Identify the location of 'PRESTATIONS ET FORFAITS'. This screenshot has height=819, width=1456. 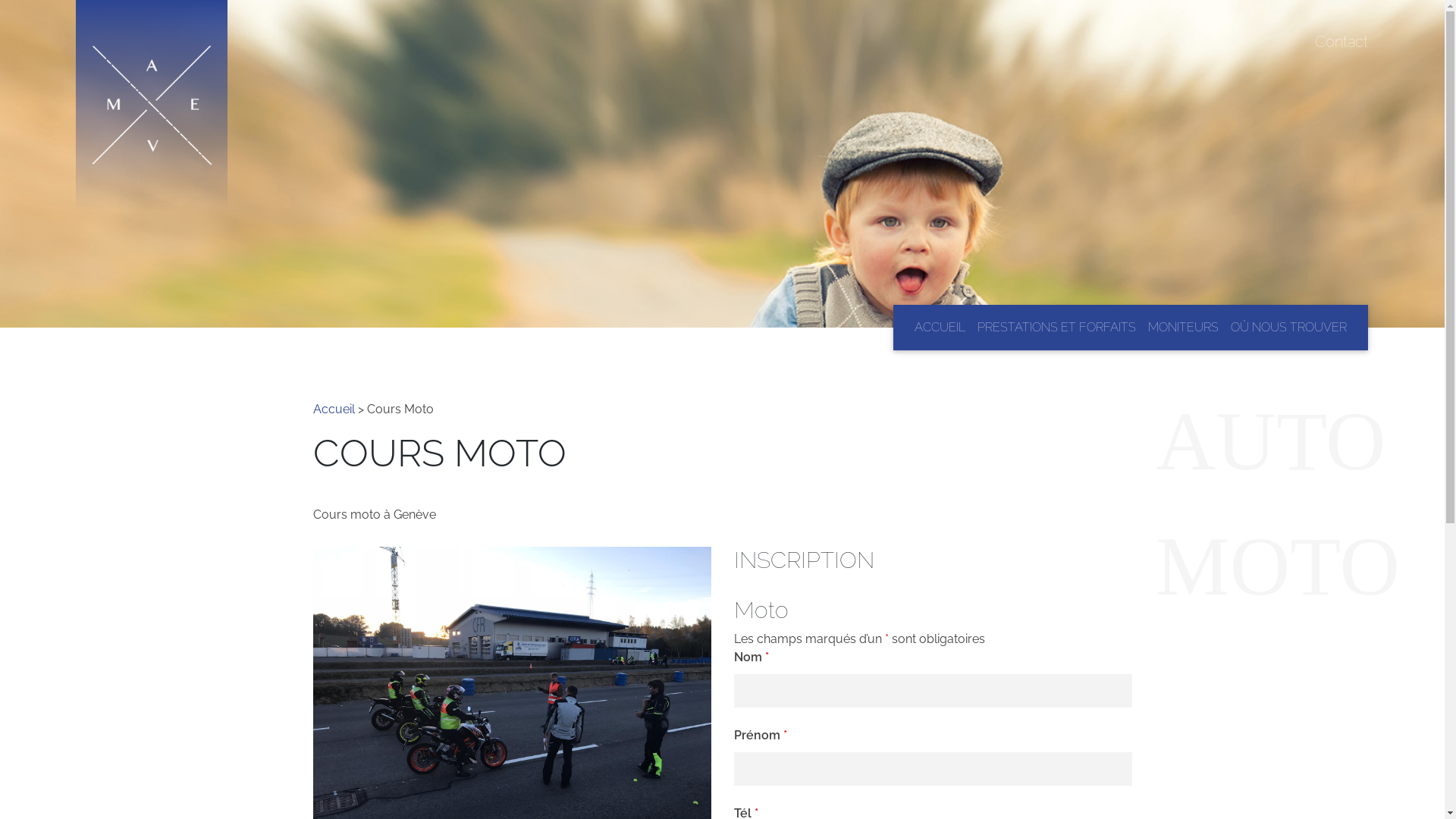
(971, 327).